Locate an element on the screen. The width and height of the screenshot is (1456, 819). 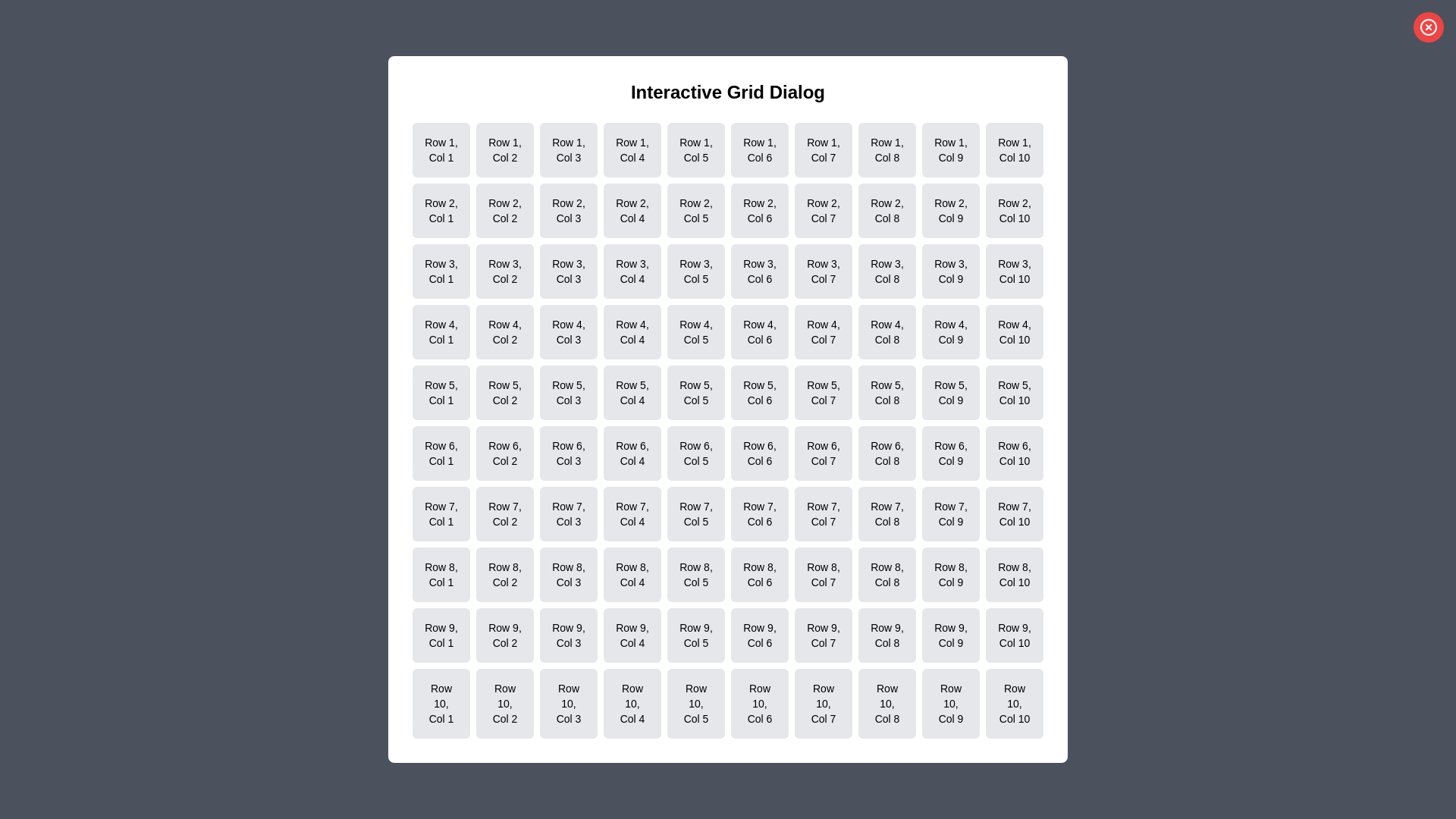
the close button to close the dialog is located at coordinates (1427, 27).